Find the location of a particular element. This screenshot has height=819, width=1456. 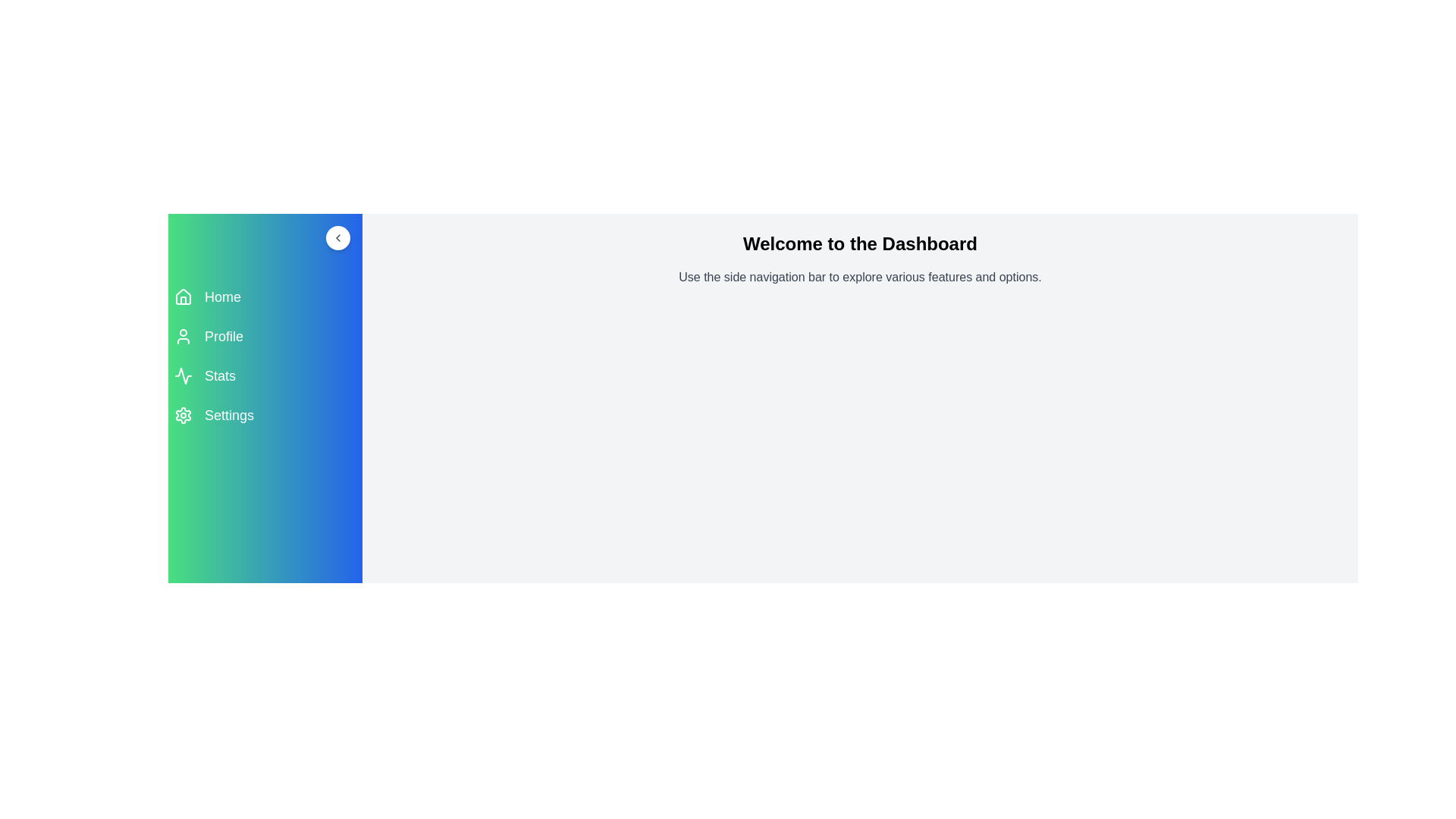

the navigation control button located at the top right of the sidebar is located at coordinates (337, 237).